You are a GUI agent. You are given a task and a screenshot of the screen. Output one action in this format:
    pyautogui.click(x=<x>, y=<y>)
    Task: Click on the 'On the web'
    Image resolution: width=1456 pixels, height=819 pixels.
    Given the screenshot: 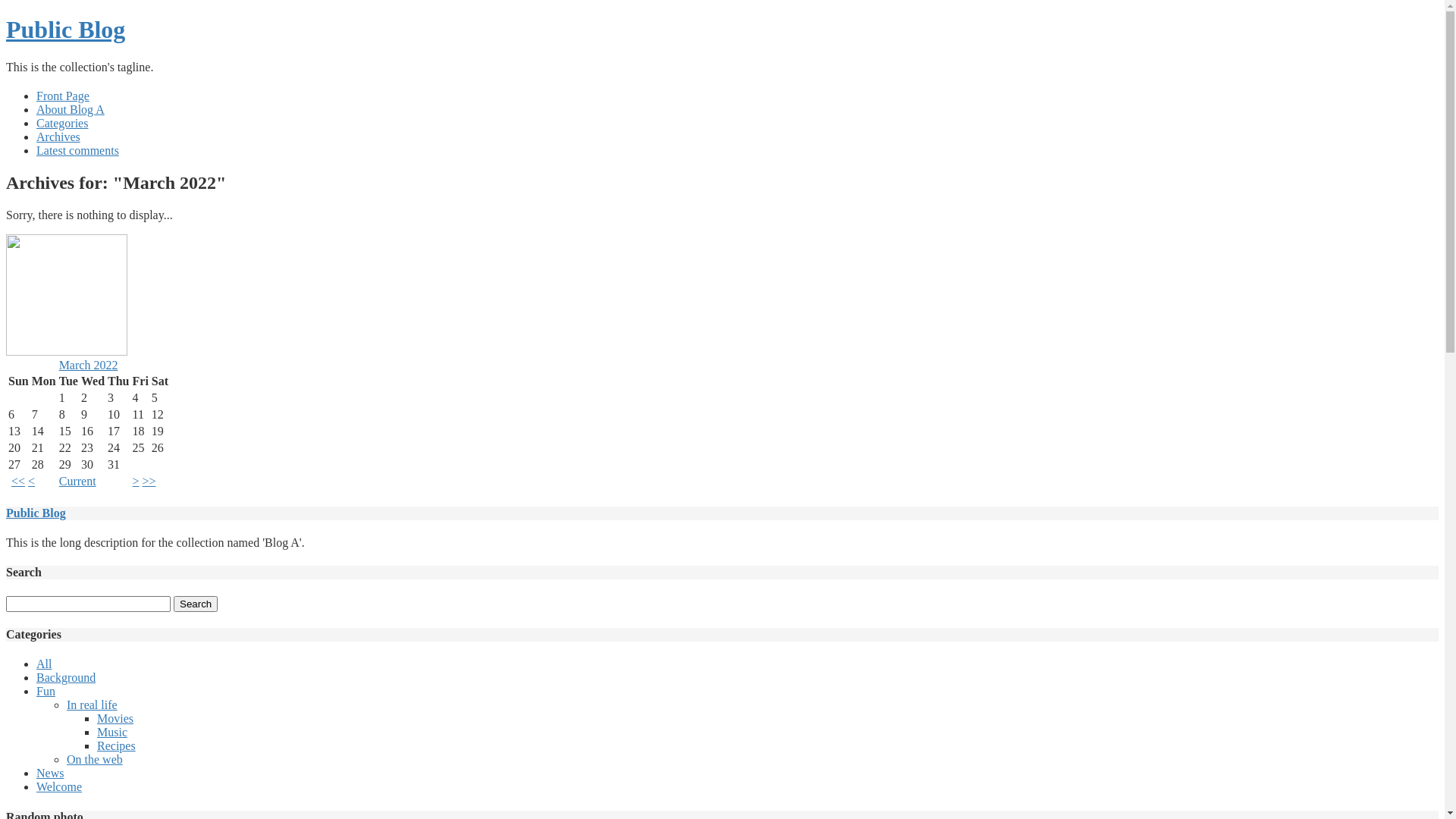 What is the action you would take?
    pyautogui.click(x=65, y=759)
    